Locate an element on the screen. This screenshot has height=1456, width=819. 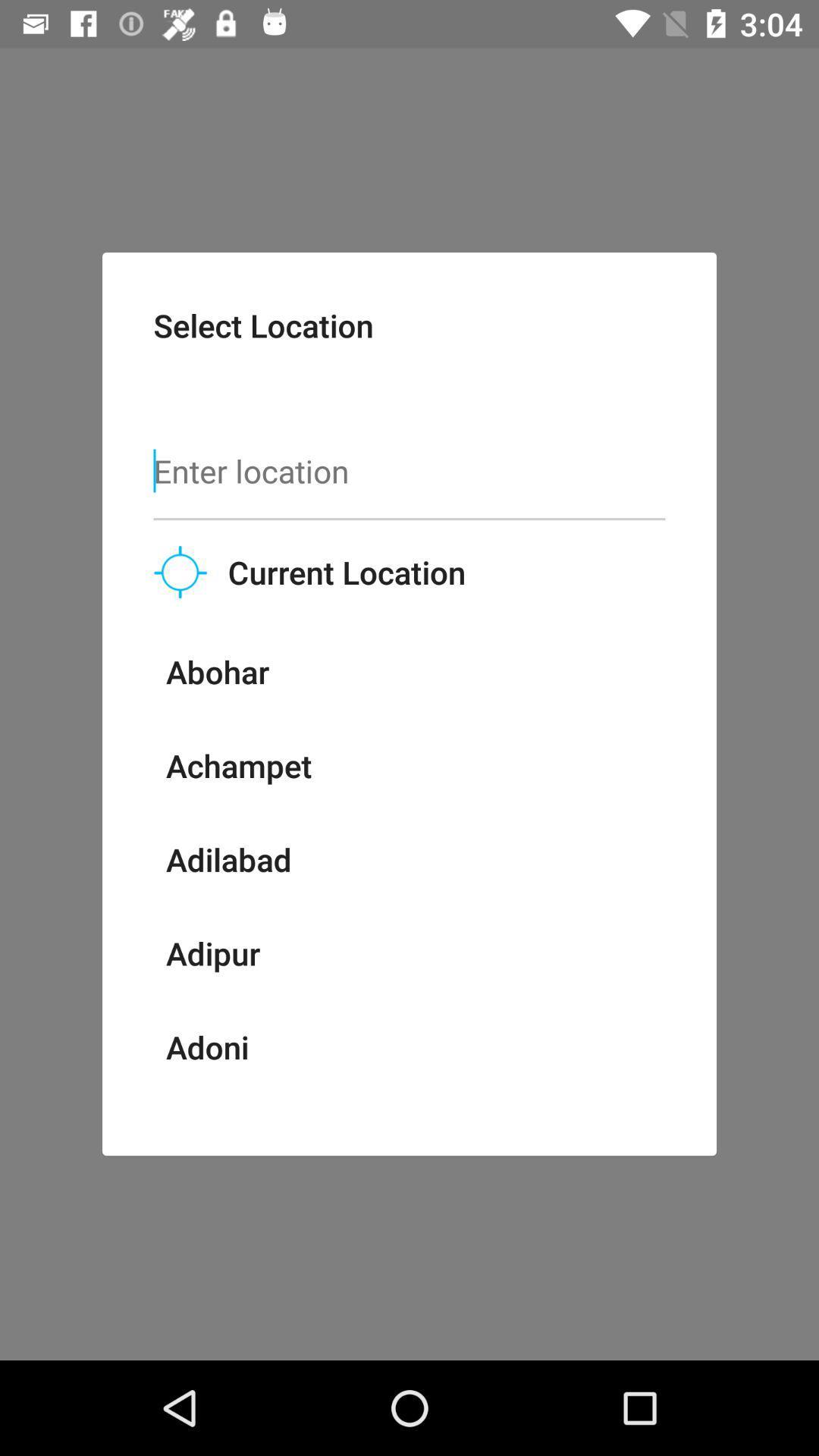
the agra icon is located at coordinates (199, 1112).